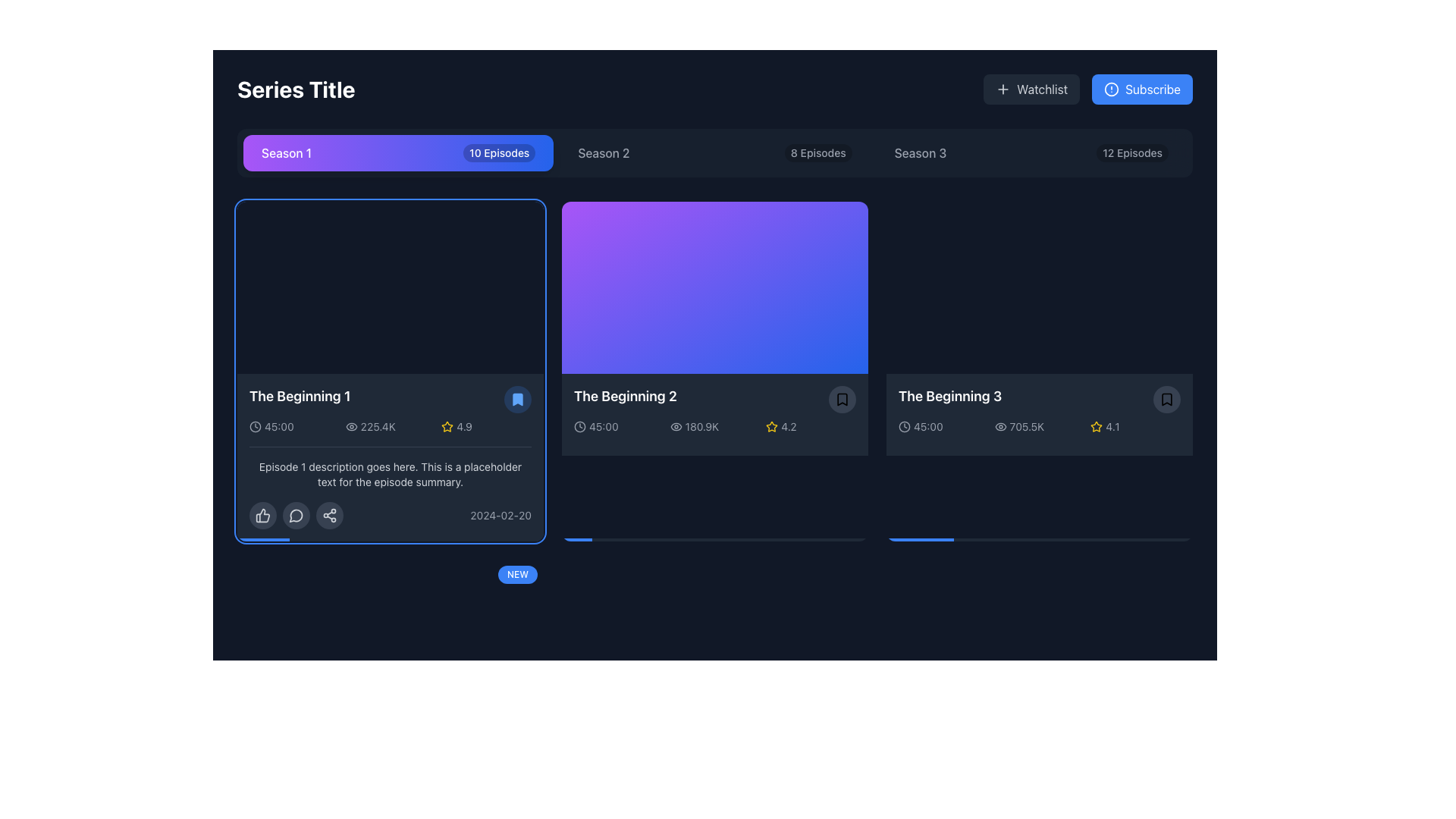 The width and height of the screenshot is (1456, 819). Describe the element at coordinates (920, 152) in the screenshot. I see `the 'Season 3' text label for navigation via keyboard` at that location.